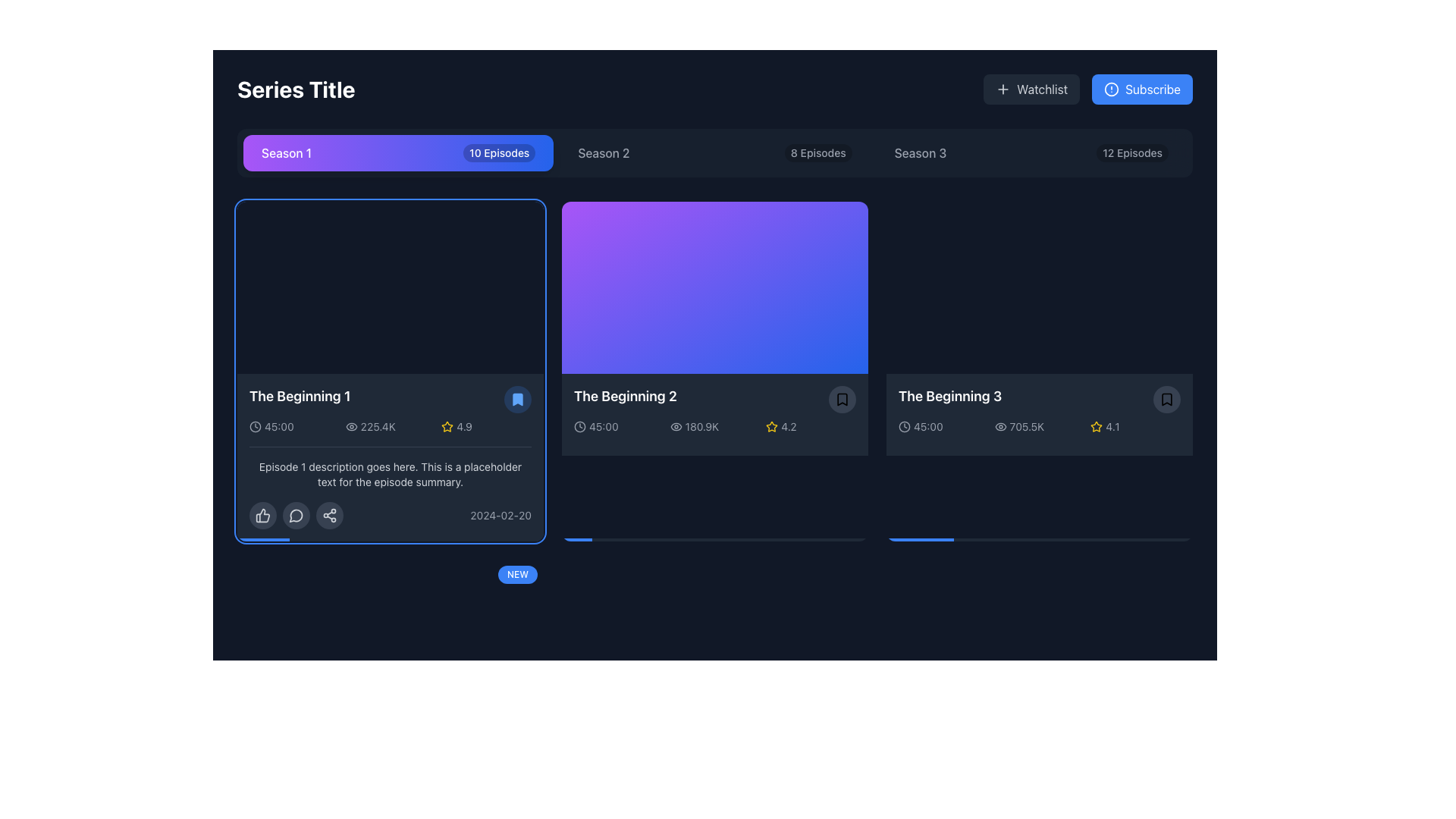 The width and height of the screenshot is (1456, 819). Describe the element at coordinates (920, 152) in the screenshot. I see `the 'Season 3' text label for navigation via keyboard` at that location.